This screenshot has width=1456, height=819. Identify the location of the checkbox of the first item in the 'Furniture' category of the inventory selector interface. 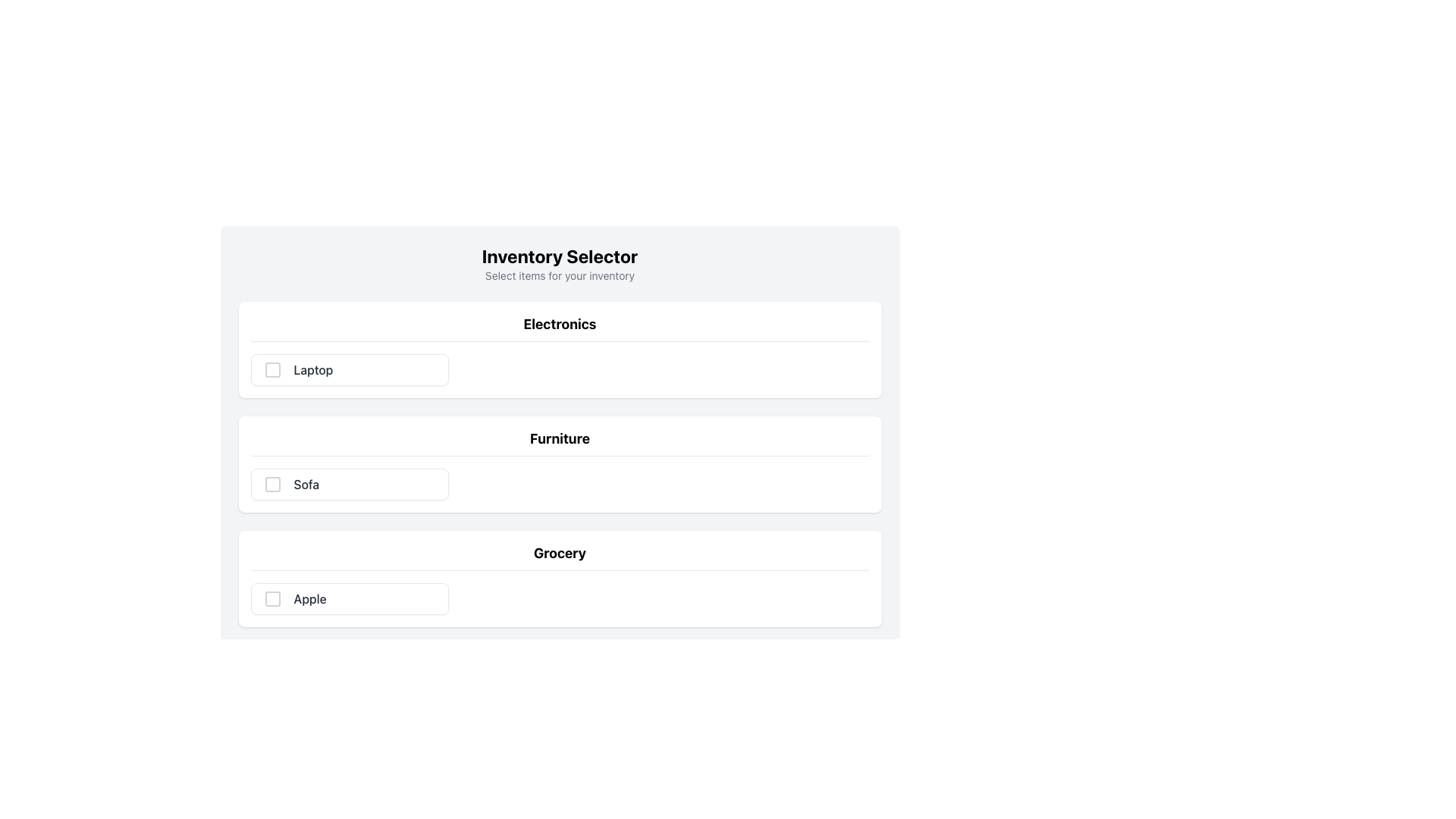
(349, 485).